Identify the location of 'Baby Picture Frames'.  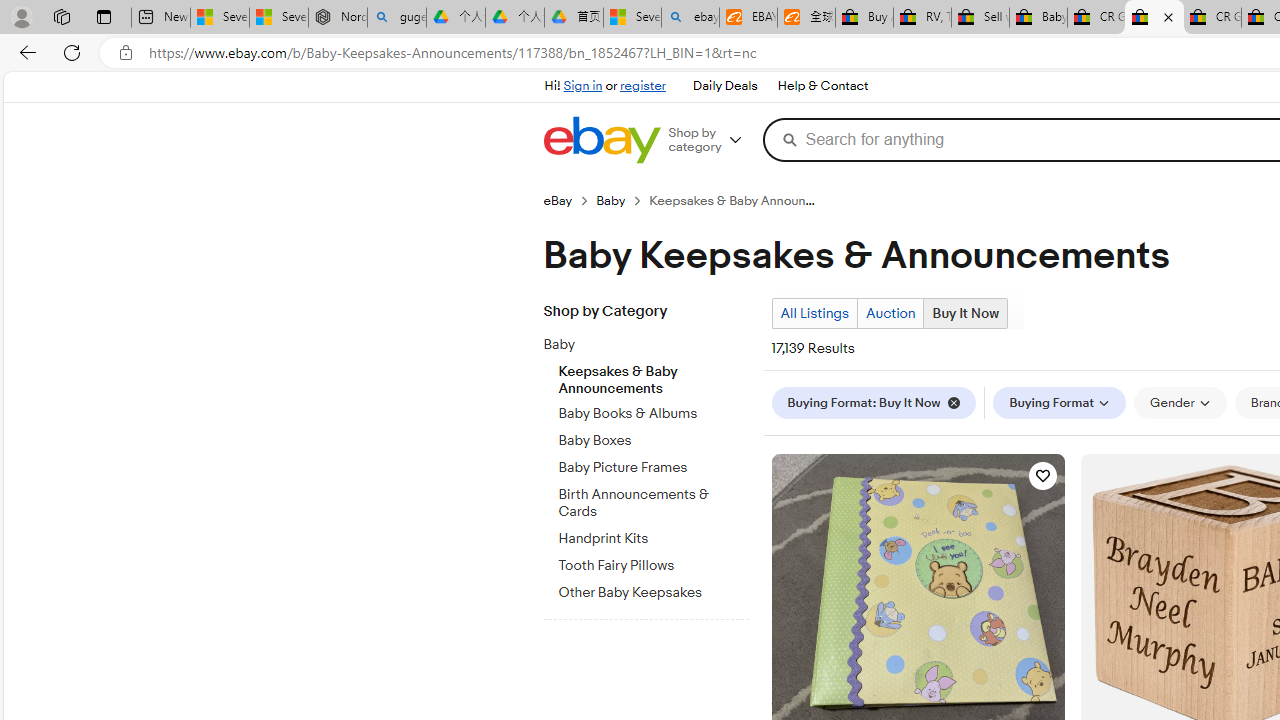
(653, 464).